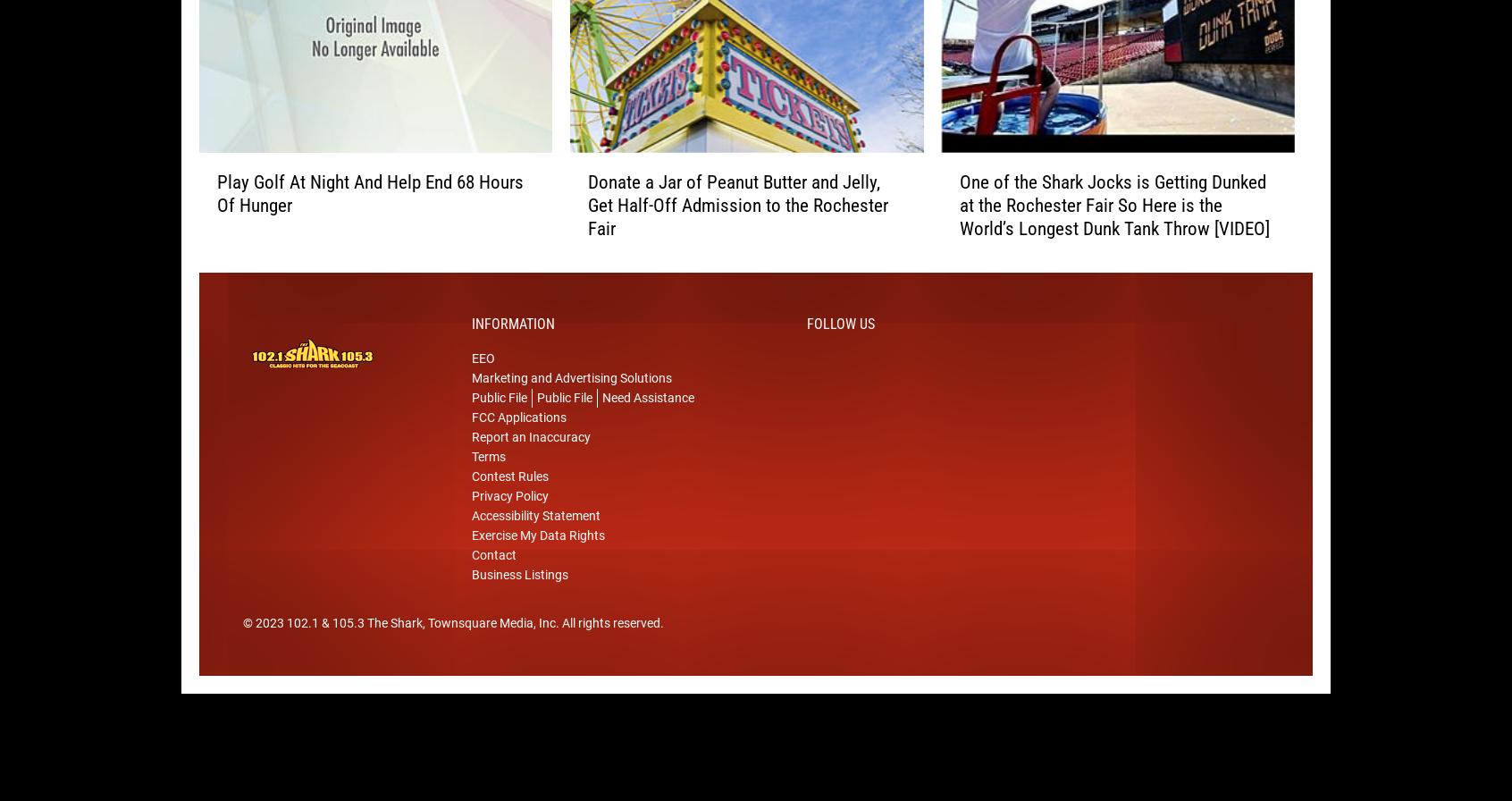 The height and width of the screenshot is (801, 1512). What do you see at coordinates (530, 465) in the screenshot?
I see `'Report an Inaccuracy'` at bounding box center [530, 465].